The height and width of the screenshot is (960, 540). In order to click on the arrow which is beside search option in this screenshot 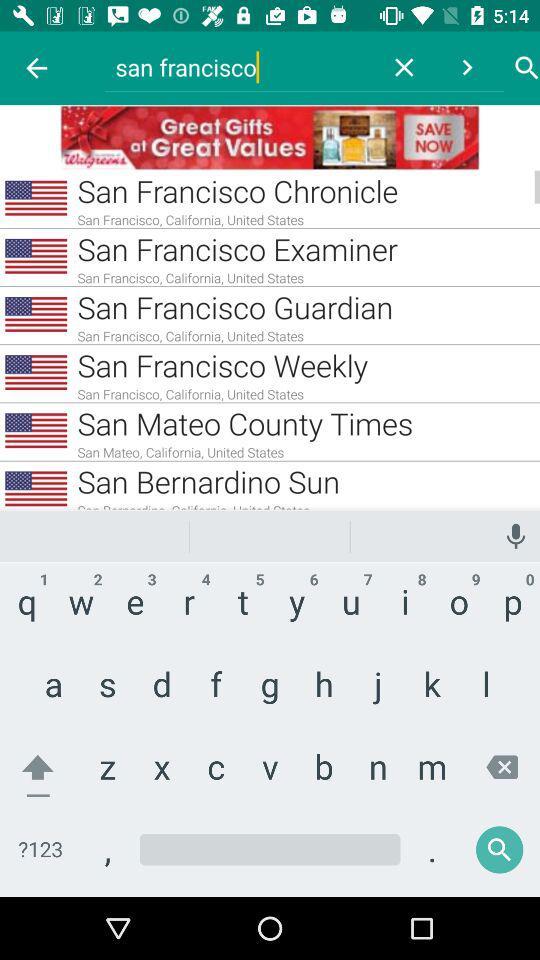, I will do `click(477, 67)`.